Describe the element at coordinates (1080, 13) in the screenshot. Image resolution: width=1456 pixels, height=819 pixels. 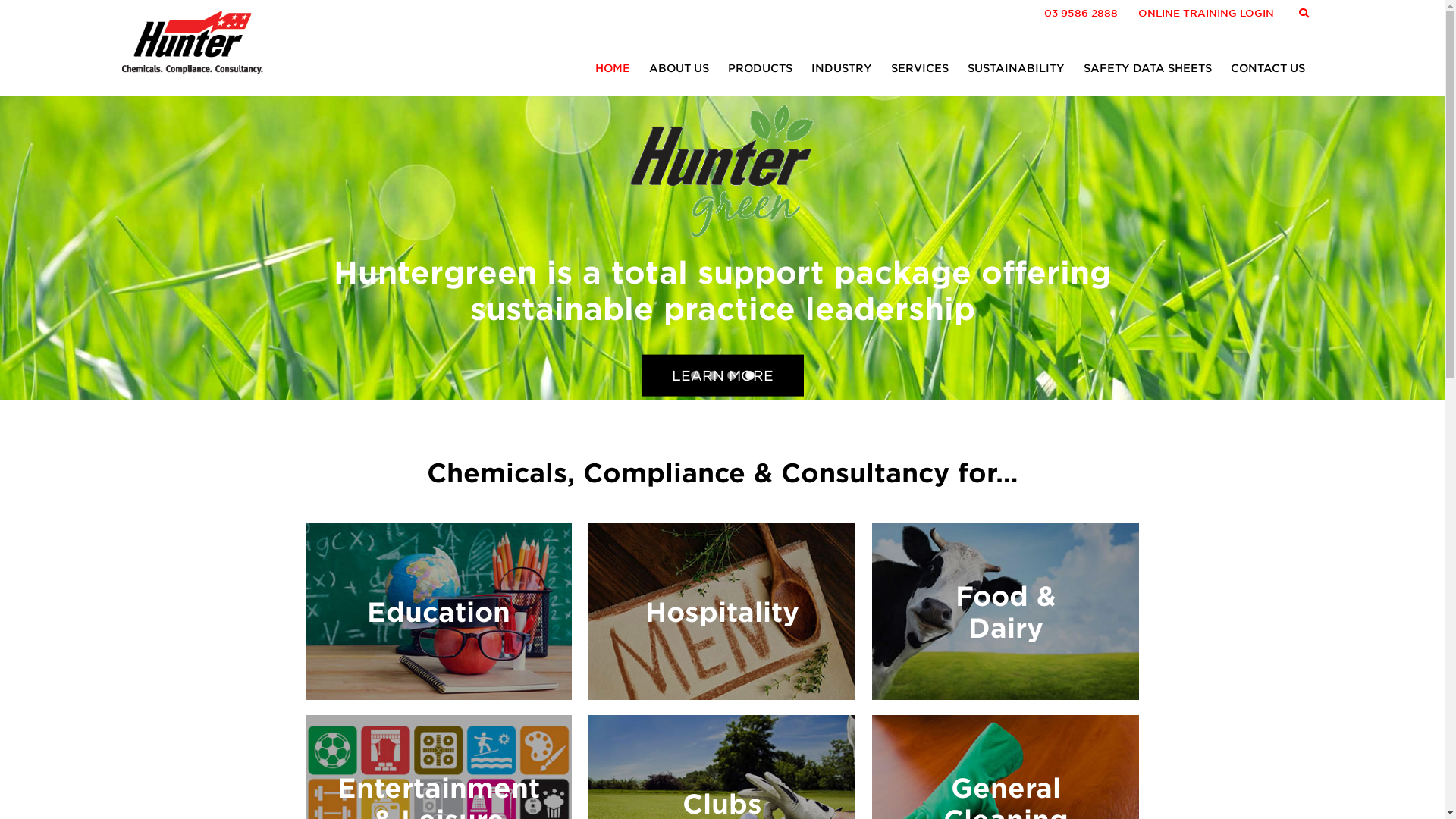
I see `'03 9586 2888'` at that location.